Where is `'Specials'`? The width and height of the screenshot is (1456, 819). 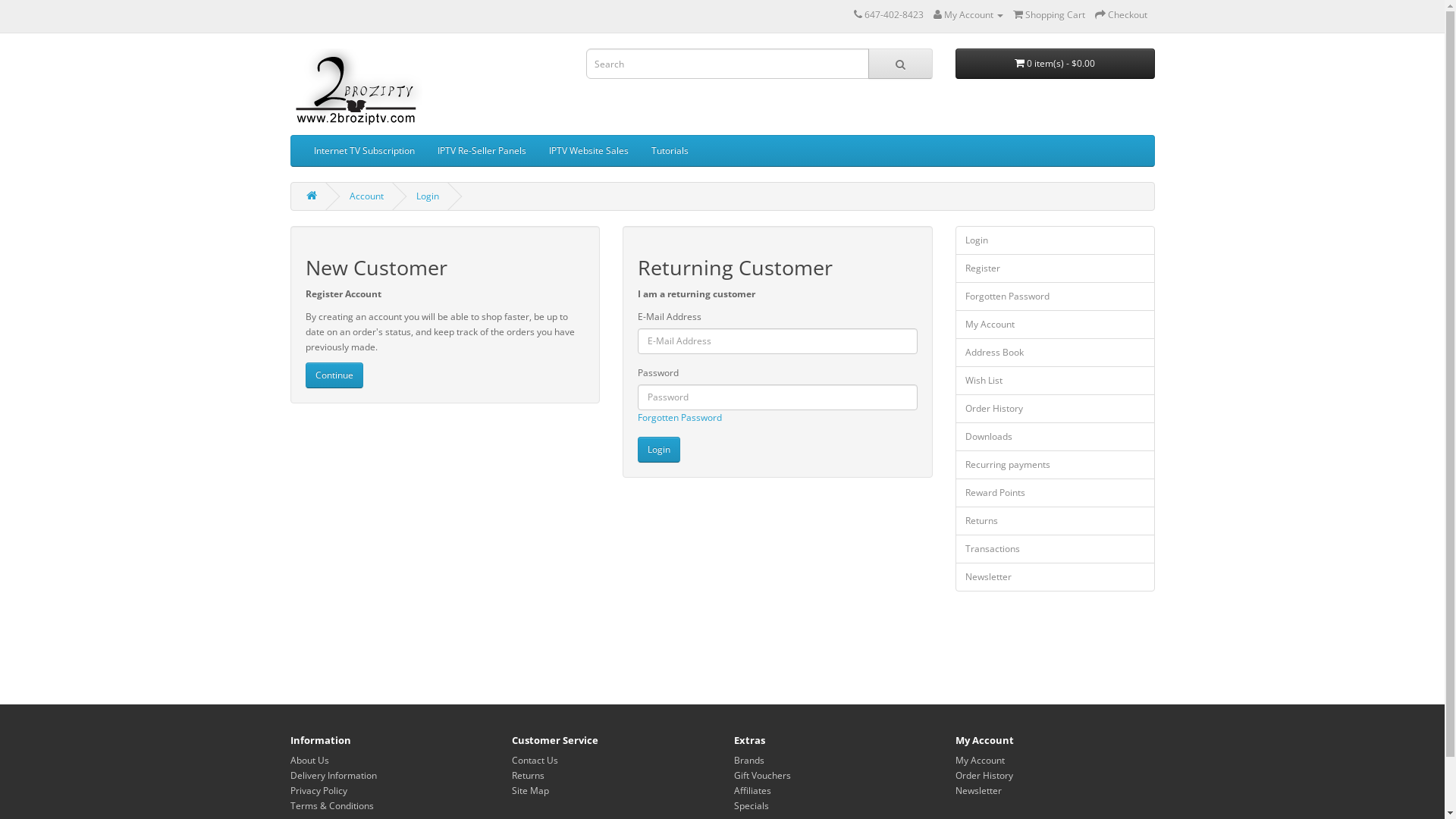
'Specials' is located at coordinates (751, 805).